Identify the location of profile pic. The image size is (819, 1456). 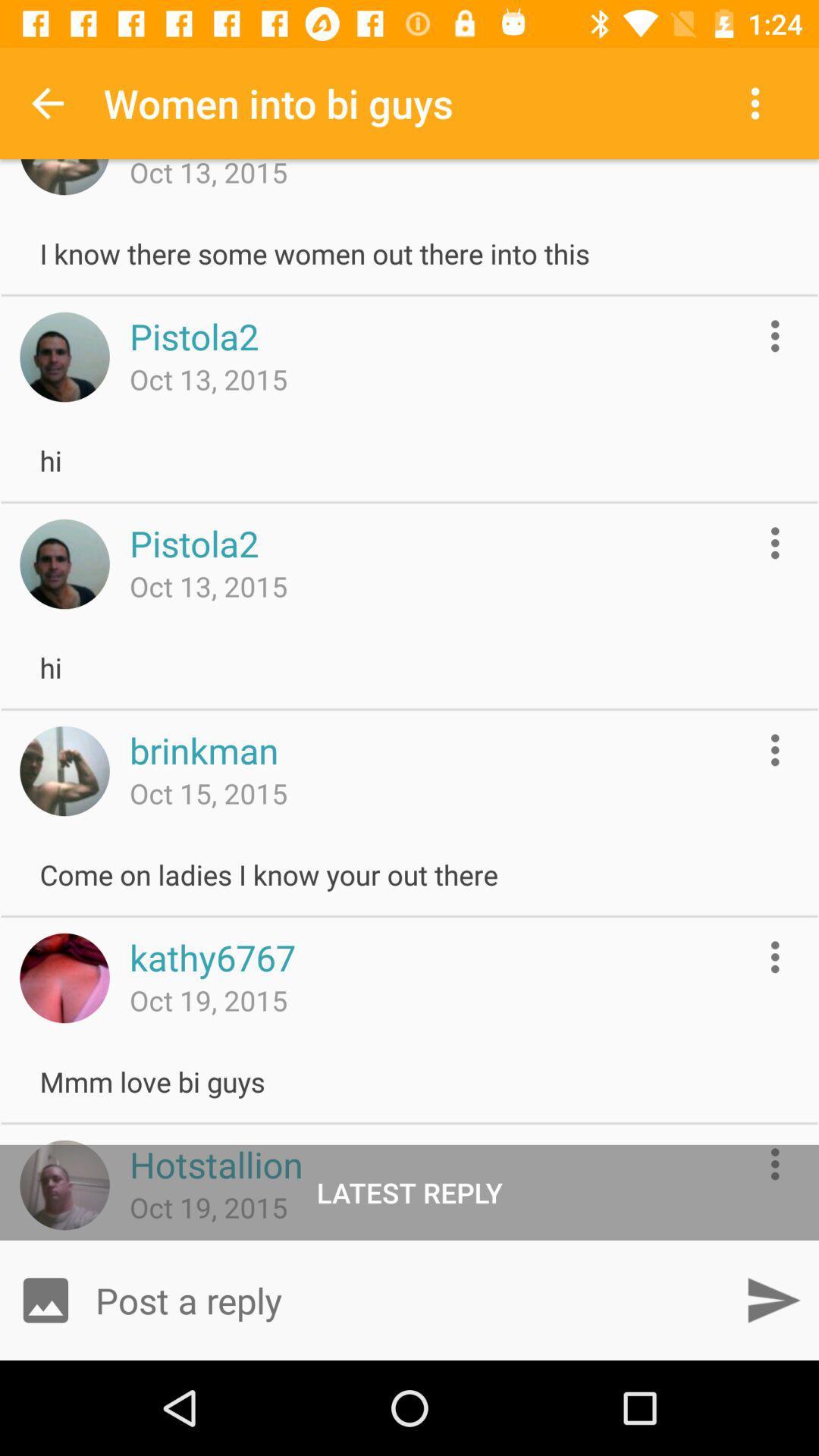
(64, 563).